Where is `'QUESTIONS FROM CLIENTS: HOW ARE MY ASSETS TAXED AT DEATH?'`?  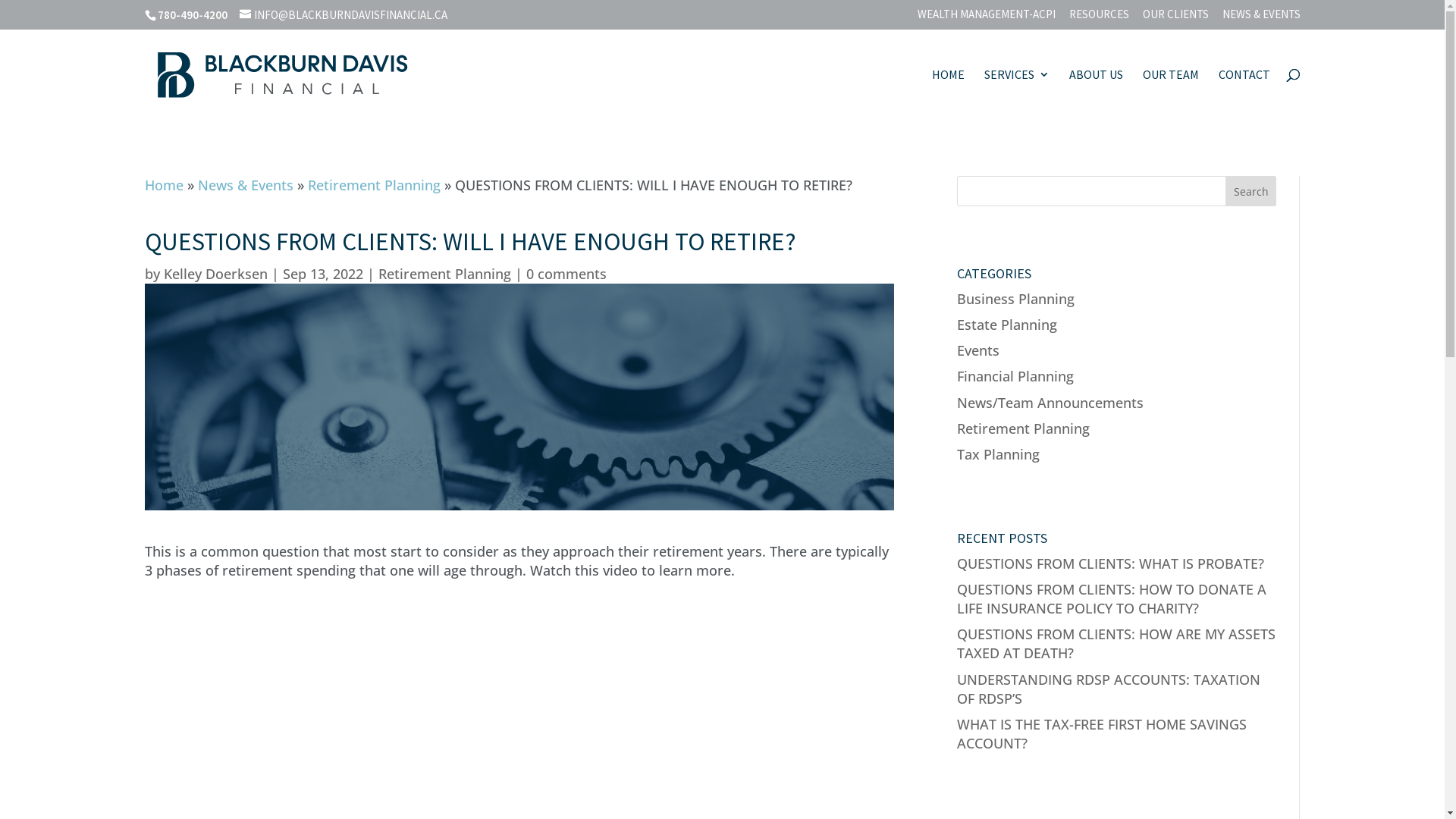
'QUESTIONS FROM CLIENTS: HOW ARE MY ASSETS TAXED AT DEATH?' is located at coordinates (1116, 643).